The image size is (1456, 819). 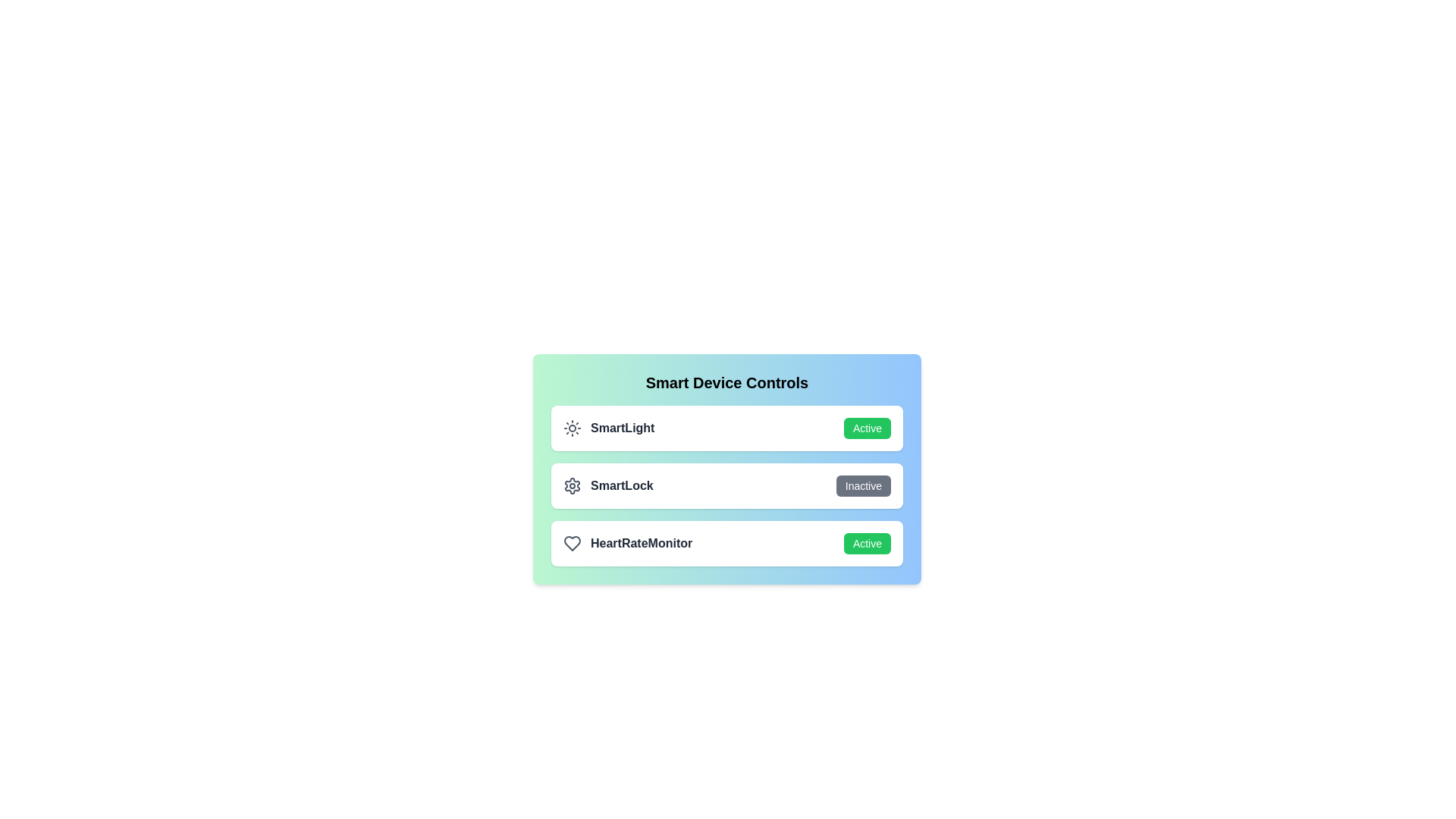 What do you see at coordinates (726, 485) in the screenshot?
I see `the list item SmartLock to observe the hover effect` at bounding box center [726, 485].